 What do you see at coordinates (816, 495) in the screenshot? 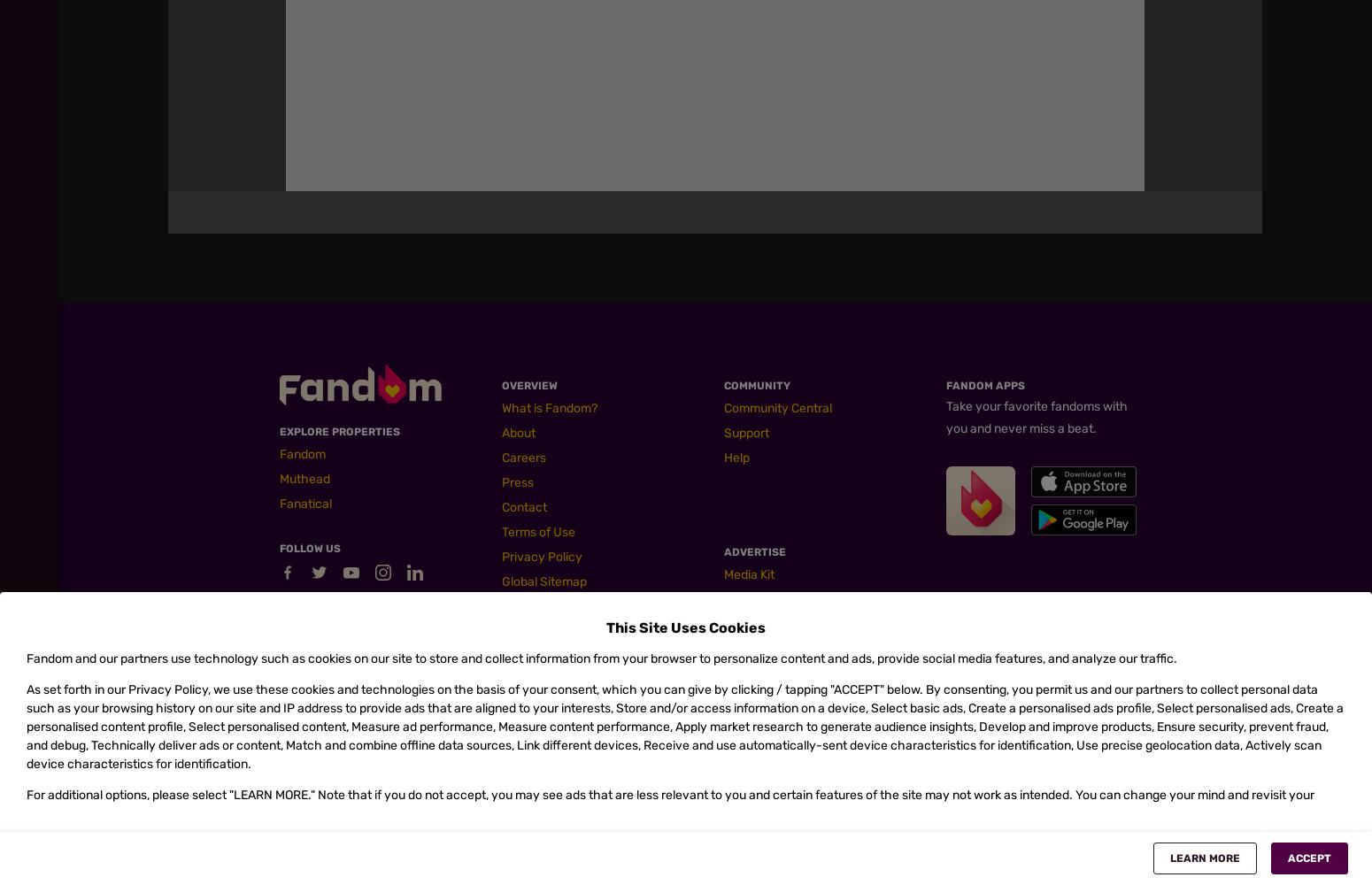
I see `'Do Not Sell or Share My Personal Information'` at bounding box center [816, 495].